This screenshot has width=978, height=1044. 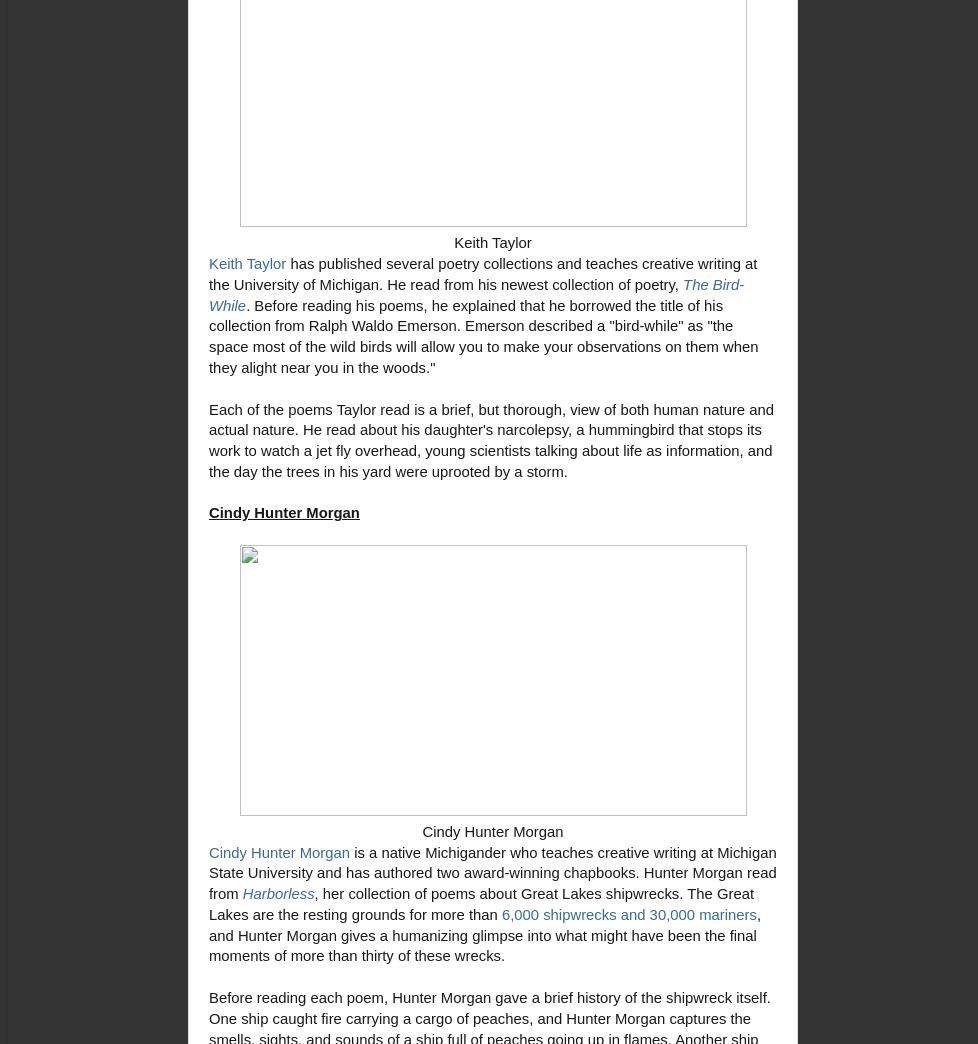 What do you see at coordinates (208, 934) in the screenshot?
I see `', and Hunter Morgan gives a humanizing glimpse into what might have been the final moments of more than thirty of these wrecks.'` at bounding box center [208, 934].